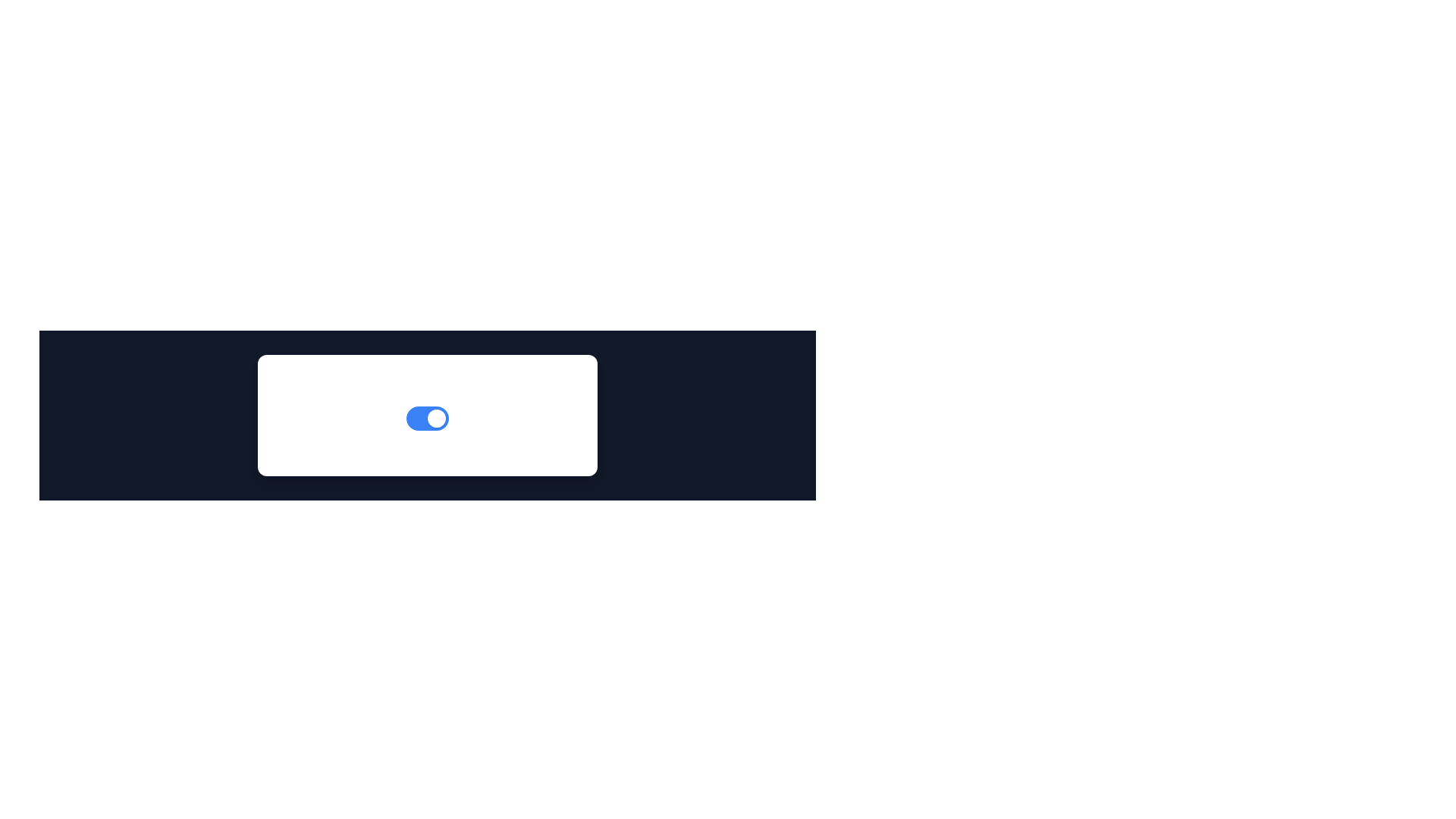  What do you see at coordinates (436, 418) in the screenshot?
I see `the small white circular toggle handle, which is visually centered within the blue background and indicates an 'on' state` at bounding box center [436, 418].